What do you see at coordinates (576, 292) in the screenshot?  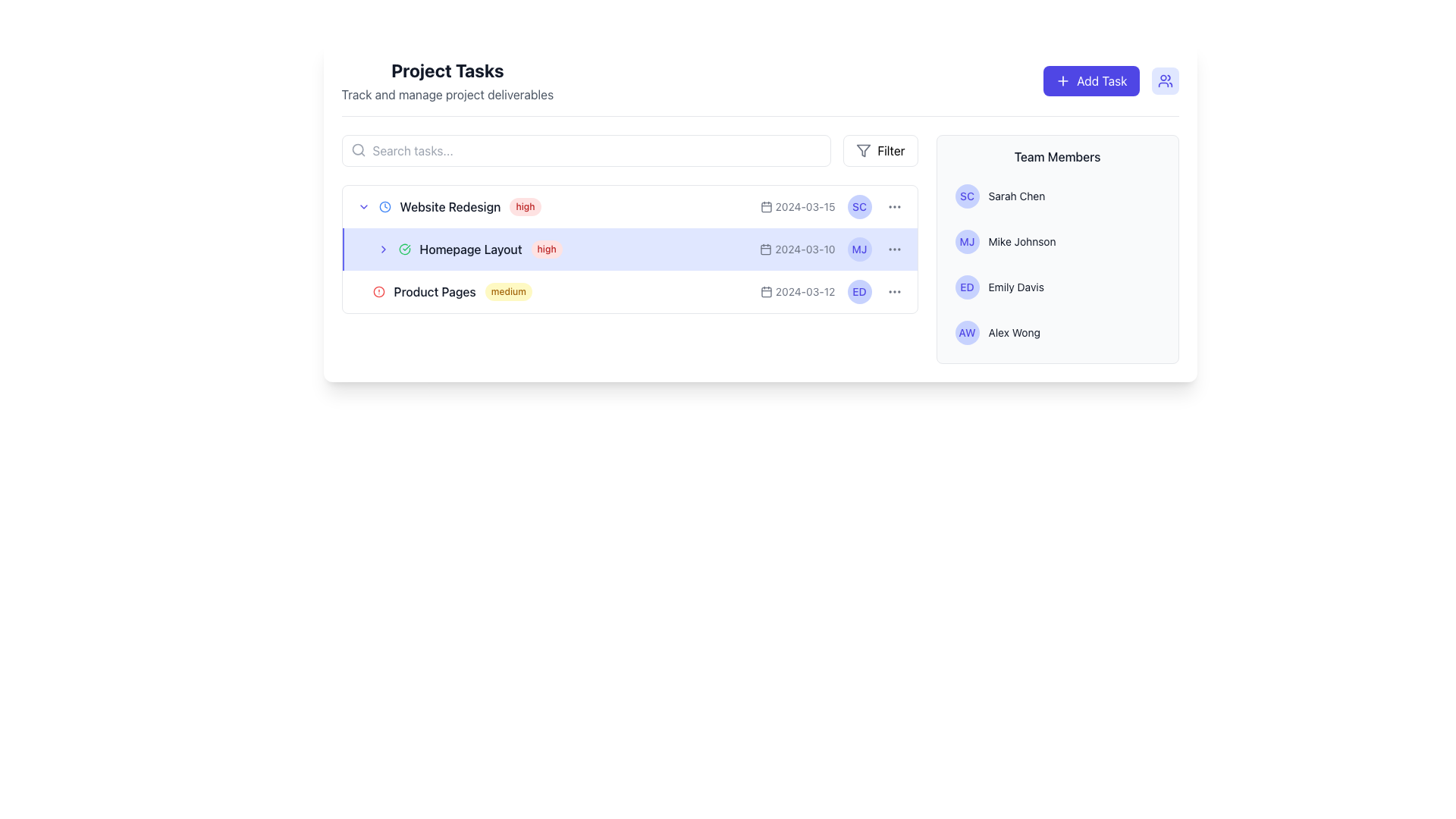 I see `the task entry labeled 'Product Pages' with the priority tag 'medium', located in the third row of the task list under 'Project Tasks'` at bounding box center [576, 292].